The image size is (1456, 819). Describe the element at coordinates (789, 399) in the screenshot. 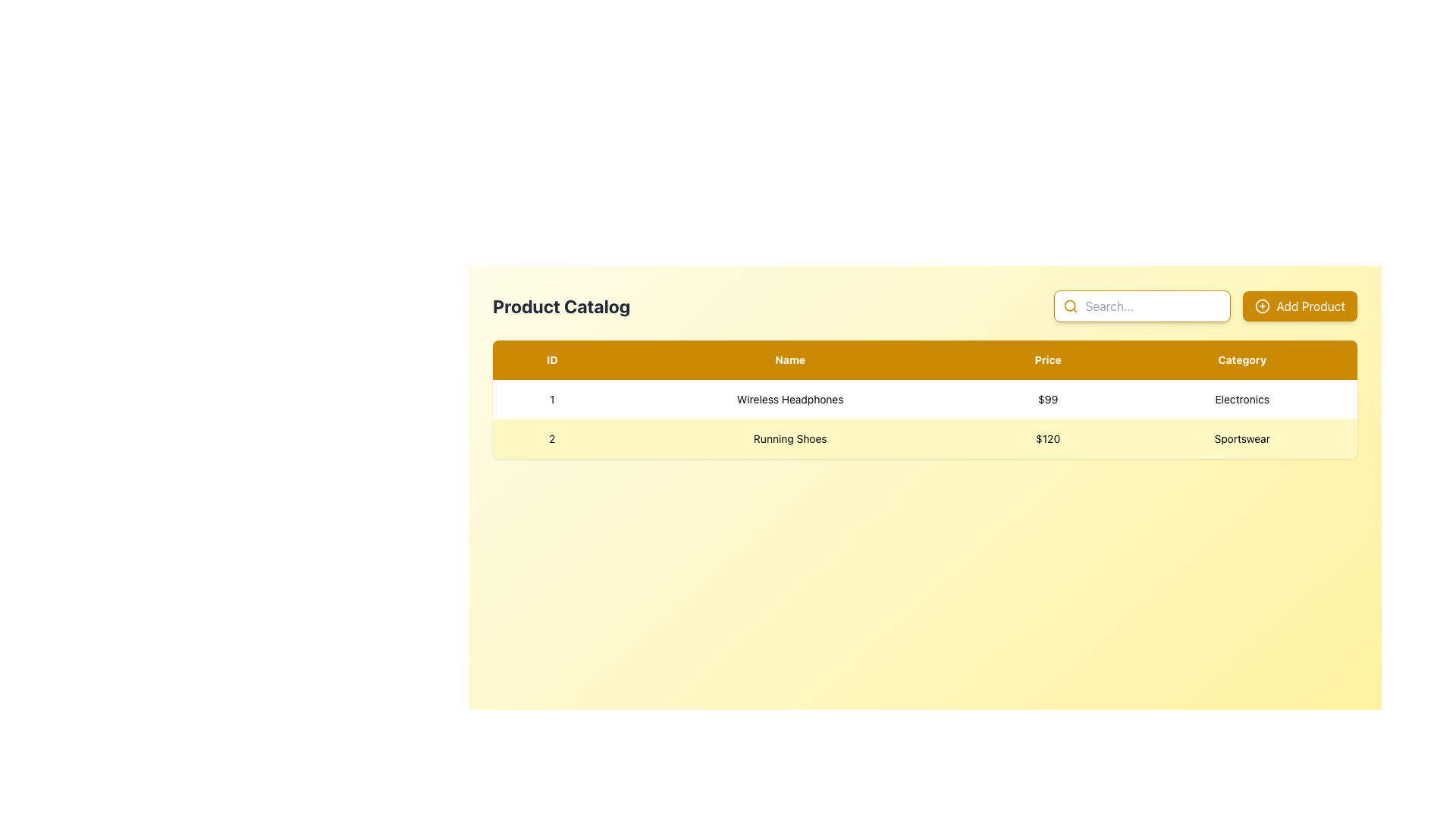

I see `the 'Name' text label in the first row of the 'Product Catalog' table, which indicates the product name` at that location.